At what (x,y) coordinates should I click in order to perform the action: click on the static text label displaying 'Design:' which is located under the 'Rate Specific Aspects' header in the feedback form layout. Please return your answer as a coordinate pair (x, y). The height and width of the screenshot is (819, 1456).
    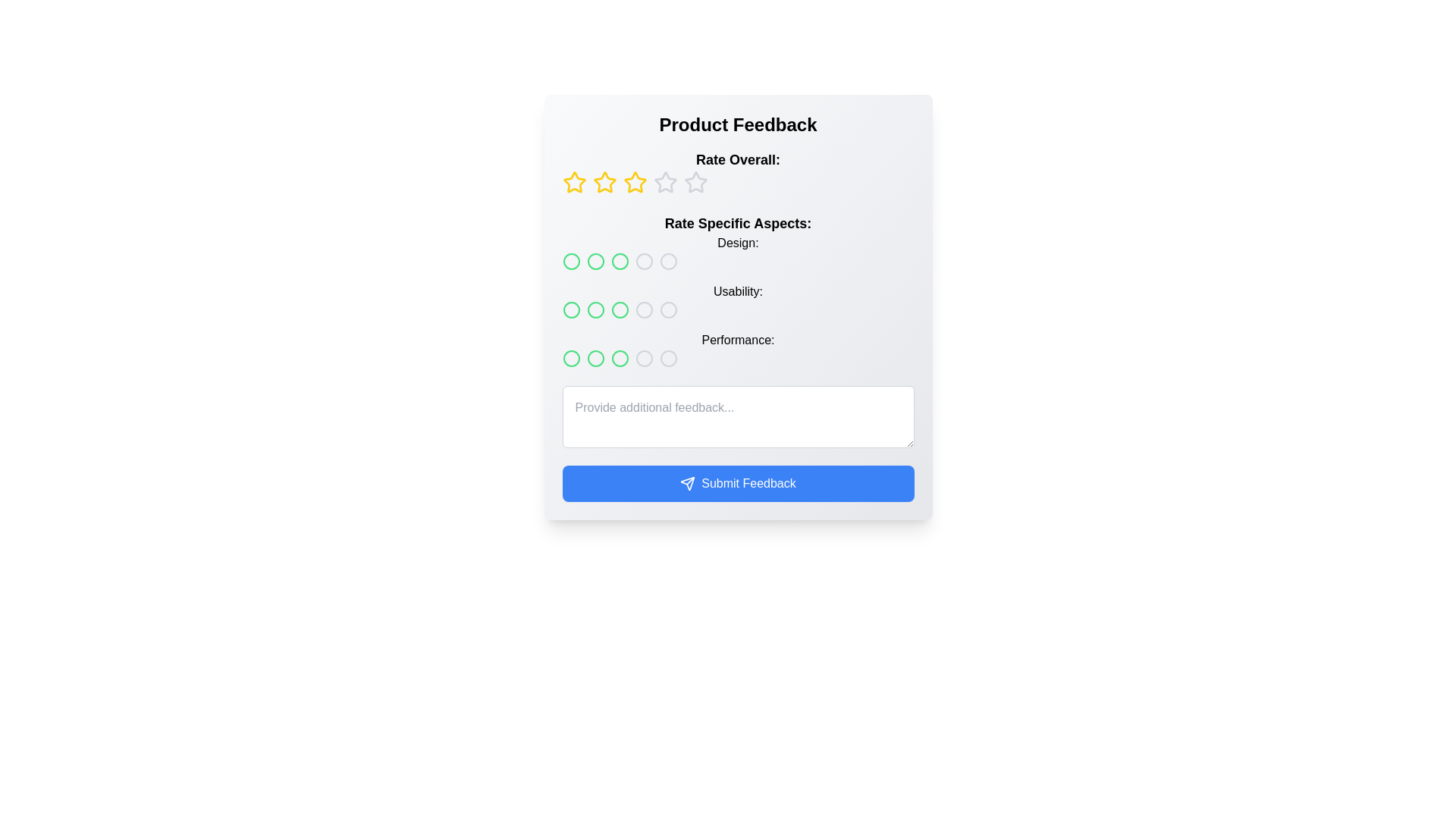
    Looking at the image, I should click on (738, 242).